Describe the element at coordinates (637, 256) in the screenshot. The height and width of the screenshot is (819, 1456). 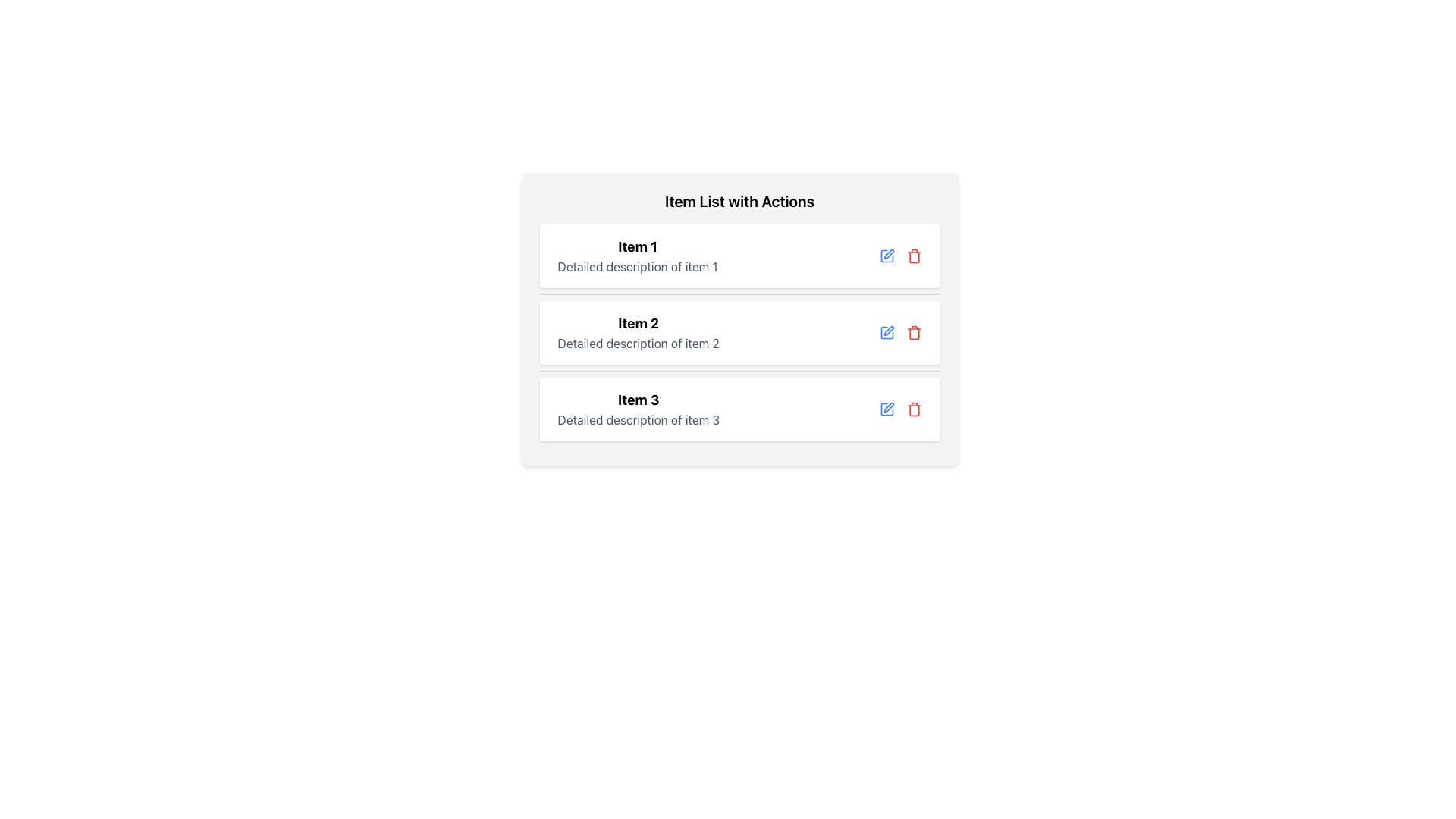
I see `the Text display element that shows 'Item 1' in bold at the top of the list, which includes a detailed description of the item` at that location.